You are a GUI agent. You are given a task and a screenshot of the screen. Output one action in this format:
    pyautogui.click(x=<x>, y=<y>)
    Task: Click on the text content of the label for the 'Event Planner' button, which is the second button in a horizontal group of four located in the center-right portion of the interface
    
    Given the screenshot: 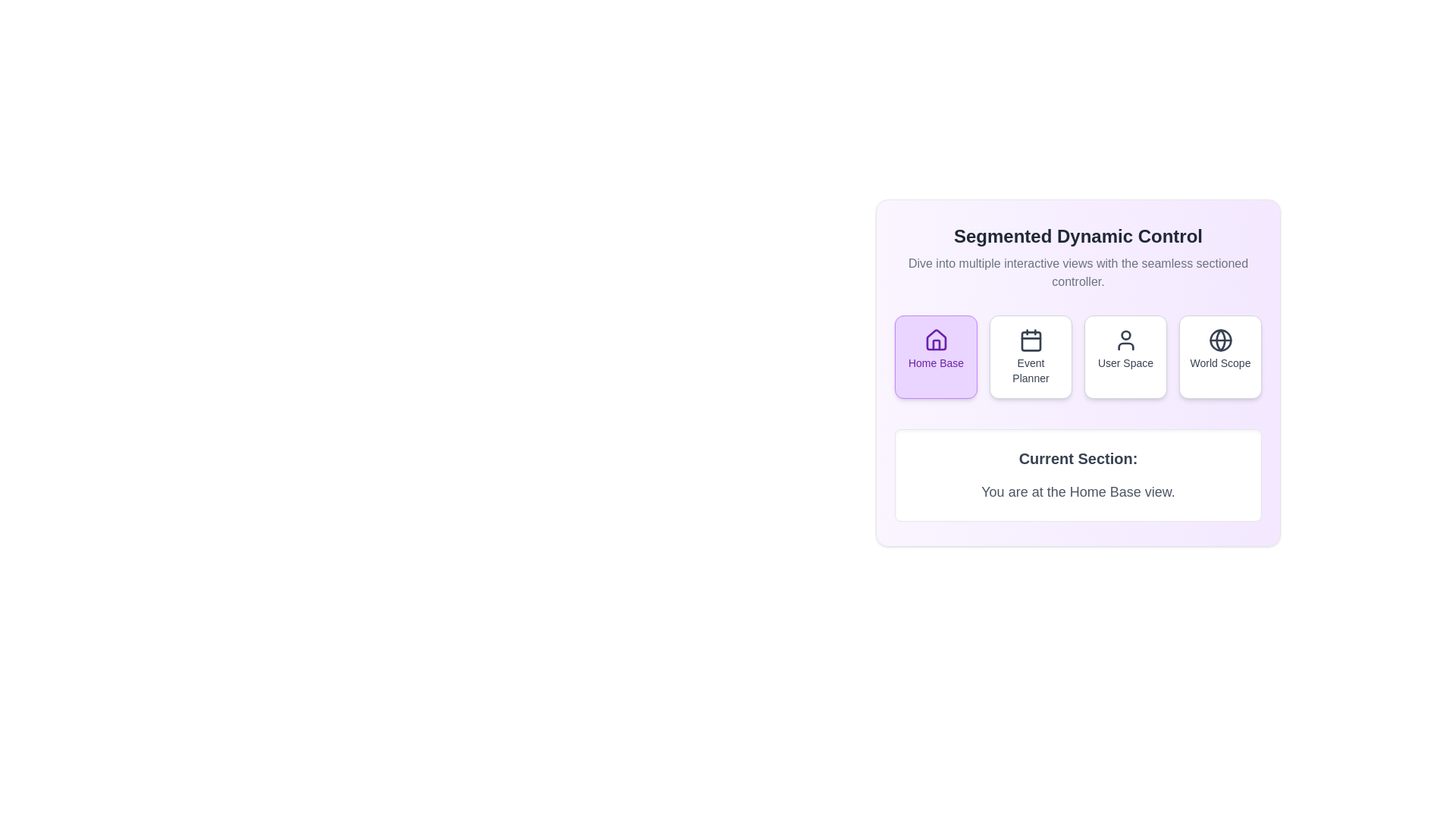 What is the action you would take?
    pyautogui.click(x=1031, y=371)
    